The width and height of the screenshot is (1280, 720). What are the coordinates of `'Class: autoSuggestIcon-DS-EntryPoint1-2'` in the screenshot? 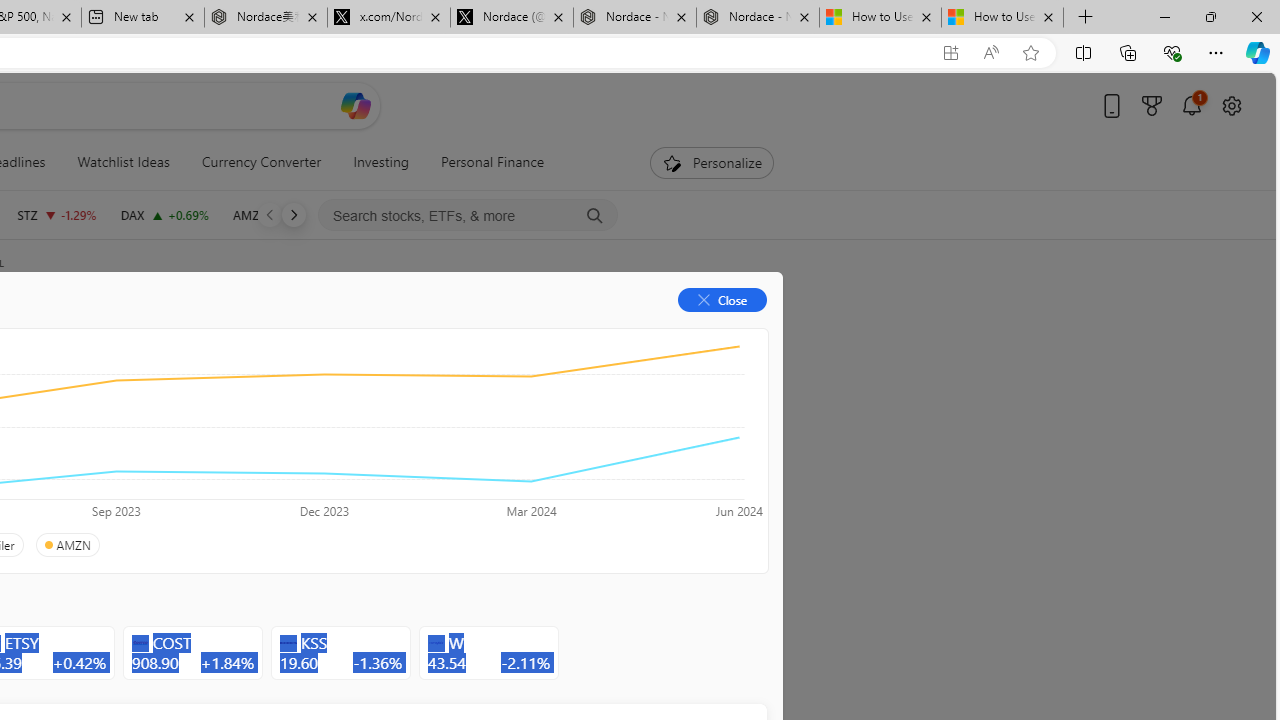 It's located at (435, 643).